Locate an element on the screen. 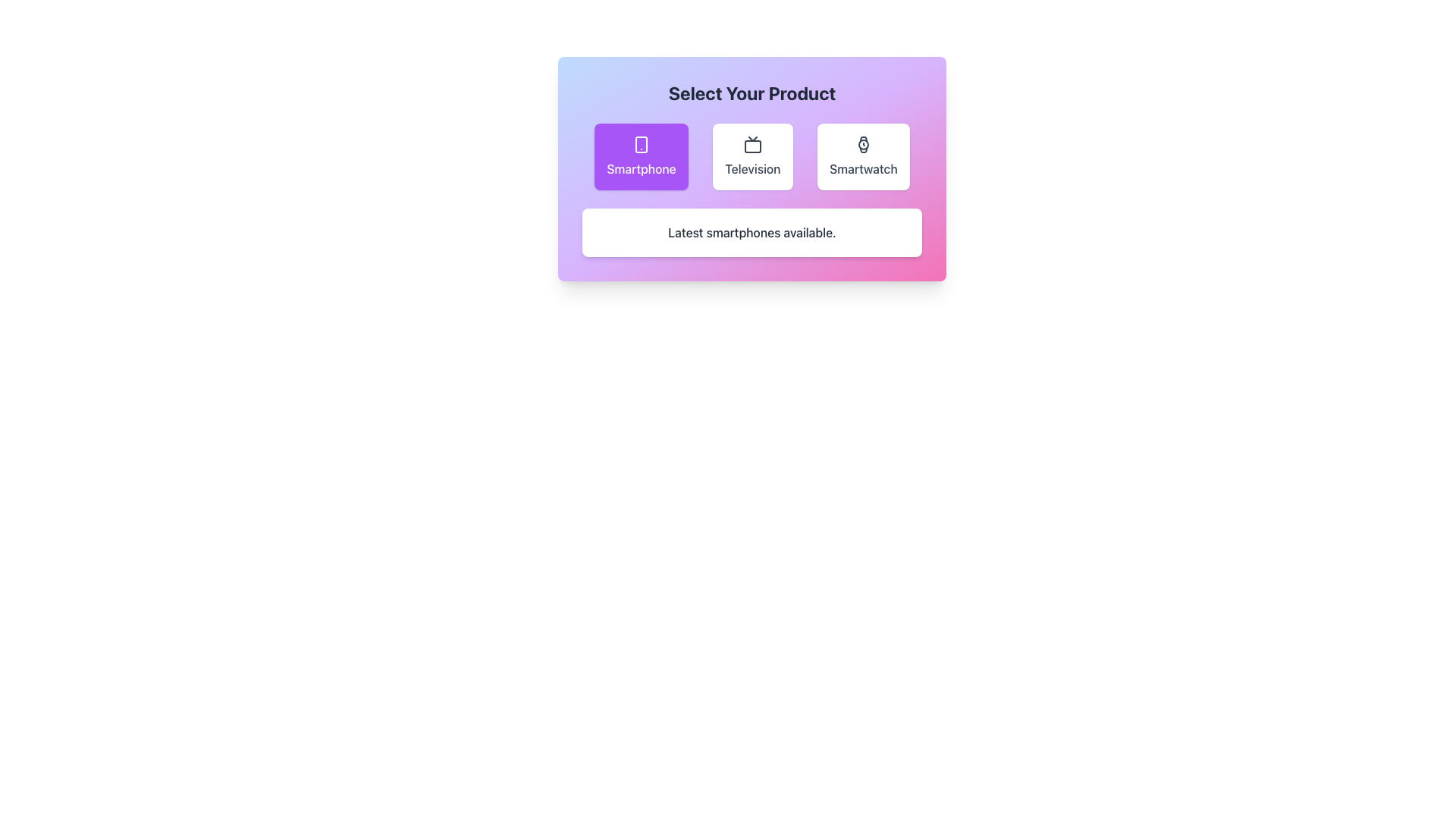 The width and height of the screenshot is (1456, 819). the smartwatch icon located in the third card of the product selection panel labeled 'Select Your Product' is located at coordinates (863, 145).